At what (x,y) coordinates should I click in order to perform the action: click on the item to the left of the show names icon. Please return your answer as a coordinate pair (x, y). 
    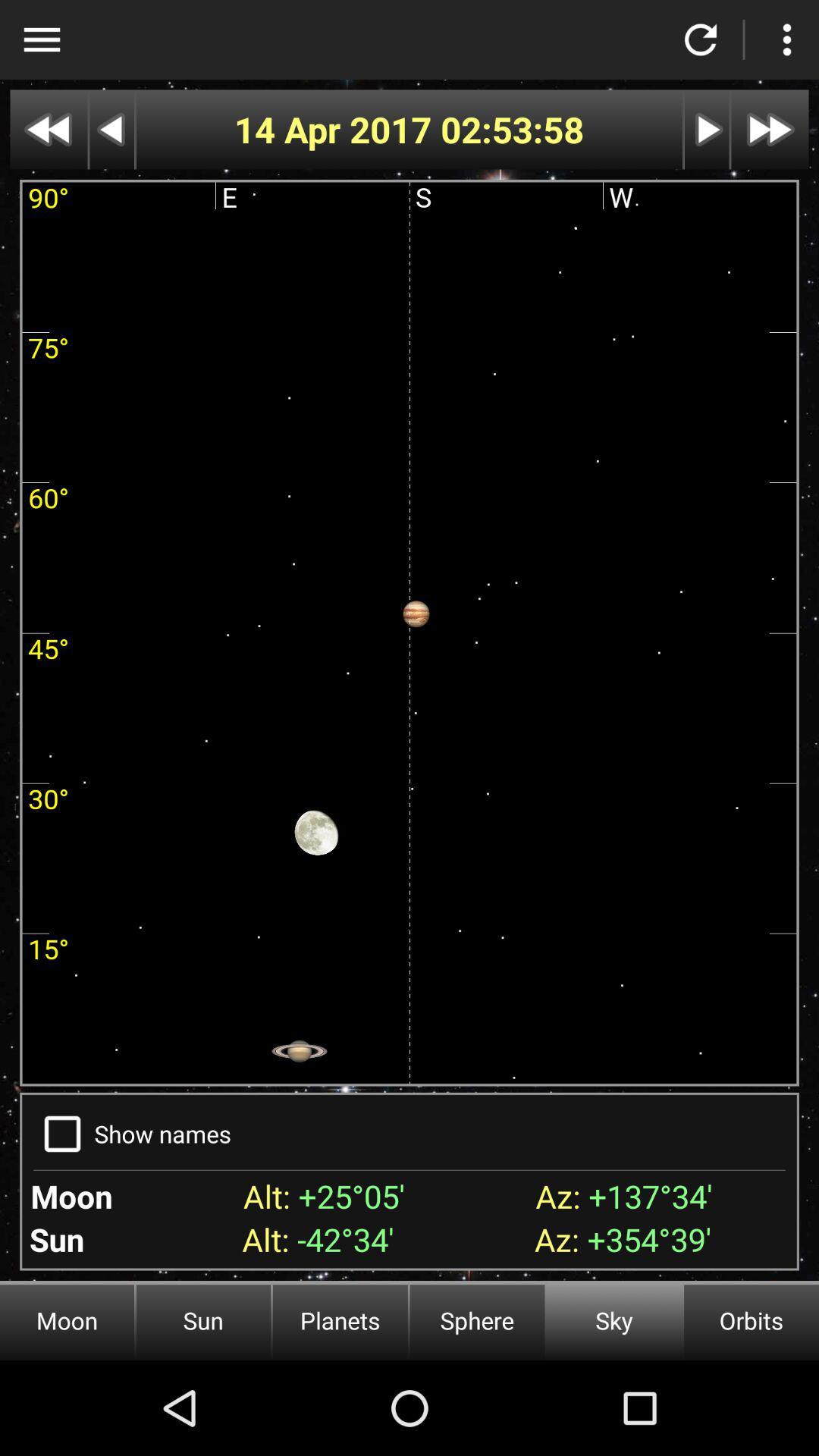
    Looking at the image, I should click on (61, 1134).